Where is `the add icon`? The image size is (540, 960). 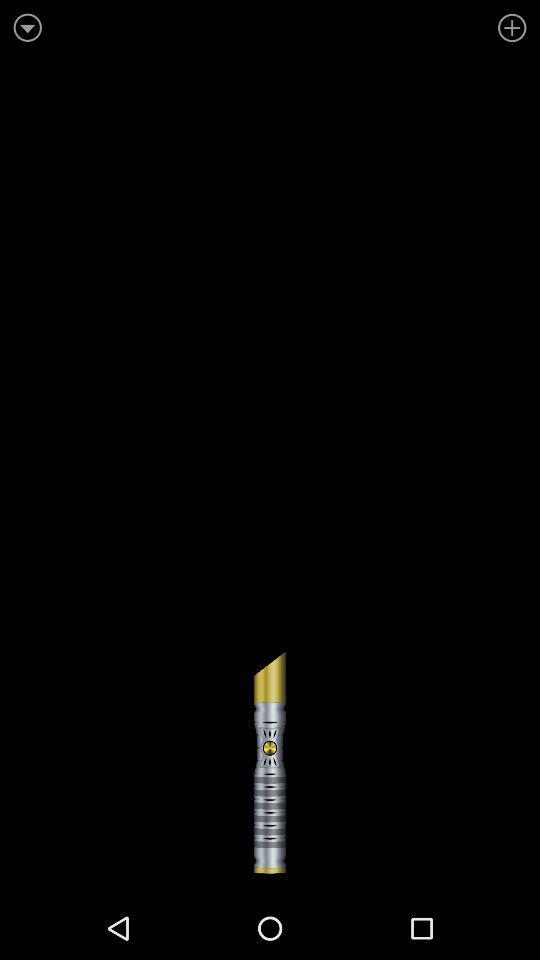
the add icon is located at coordinates (509, 26).